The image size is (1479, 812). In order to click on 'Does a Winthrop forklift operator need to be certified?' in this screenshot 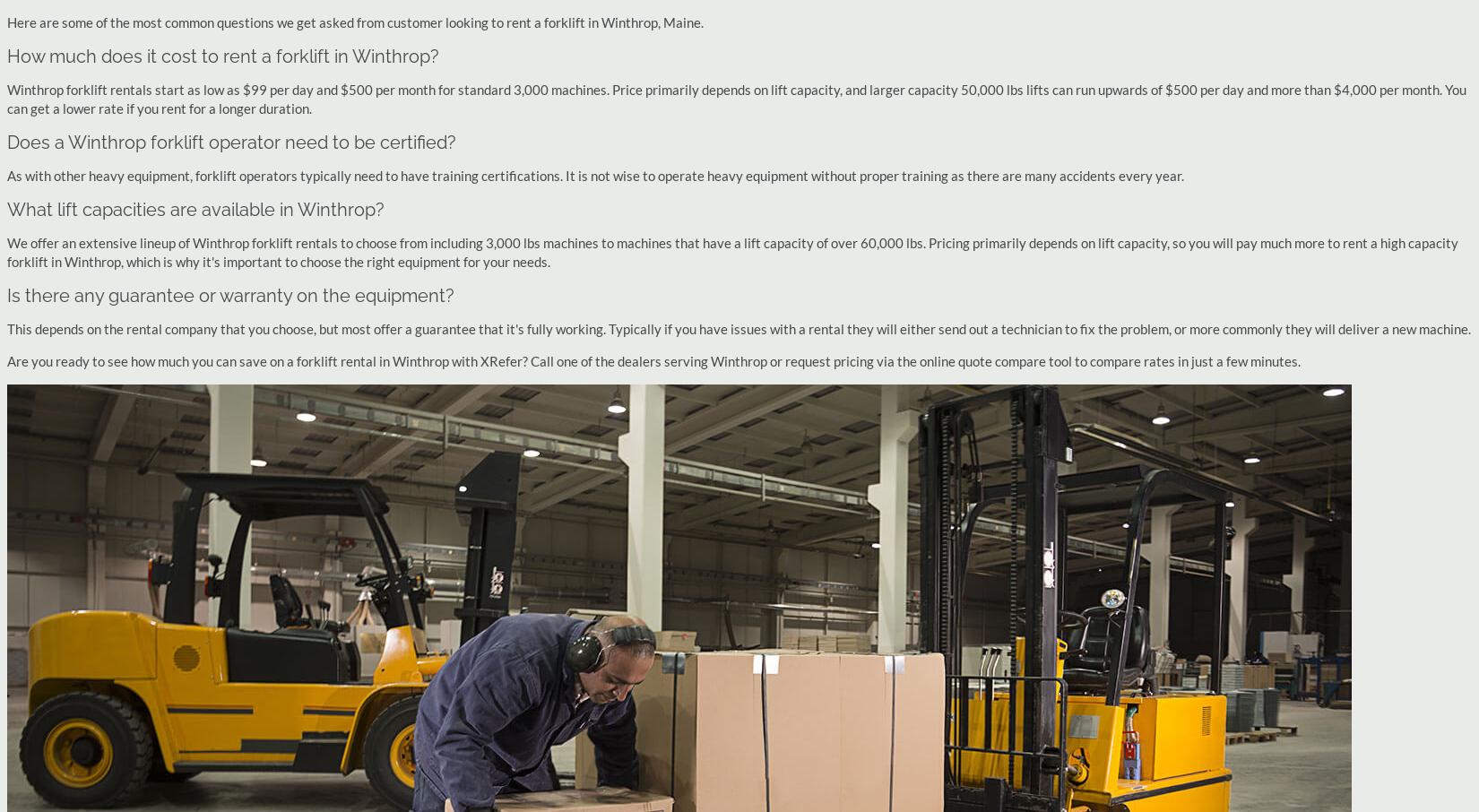, I will do `click(231, 143)`.